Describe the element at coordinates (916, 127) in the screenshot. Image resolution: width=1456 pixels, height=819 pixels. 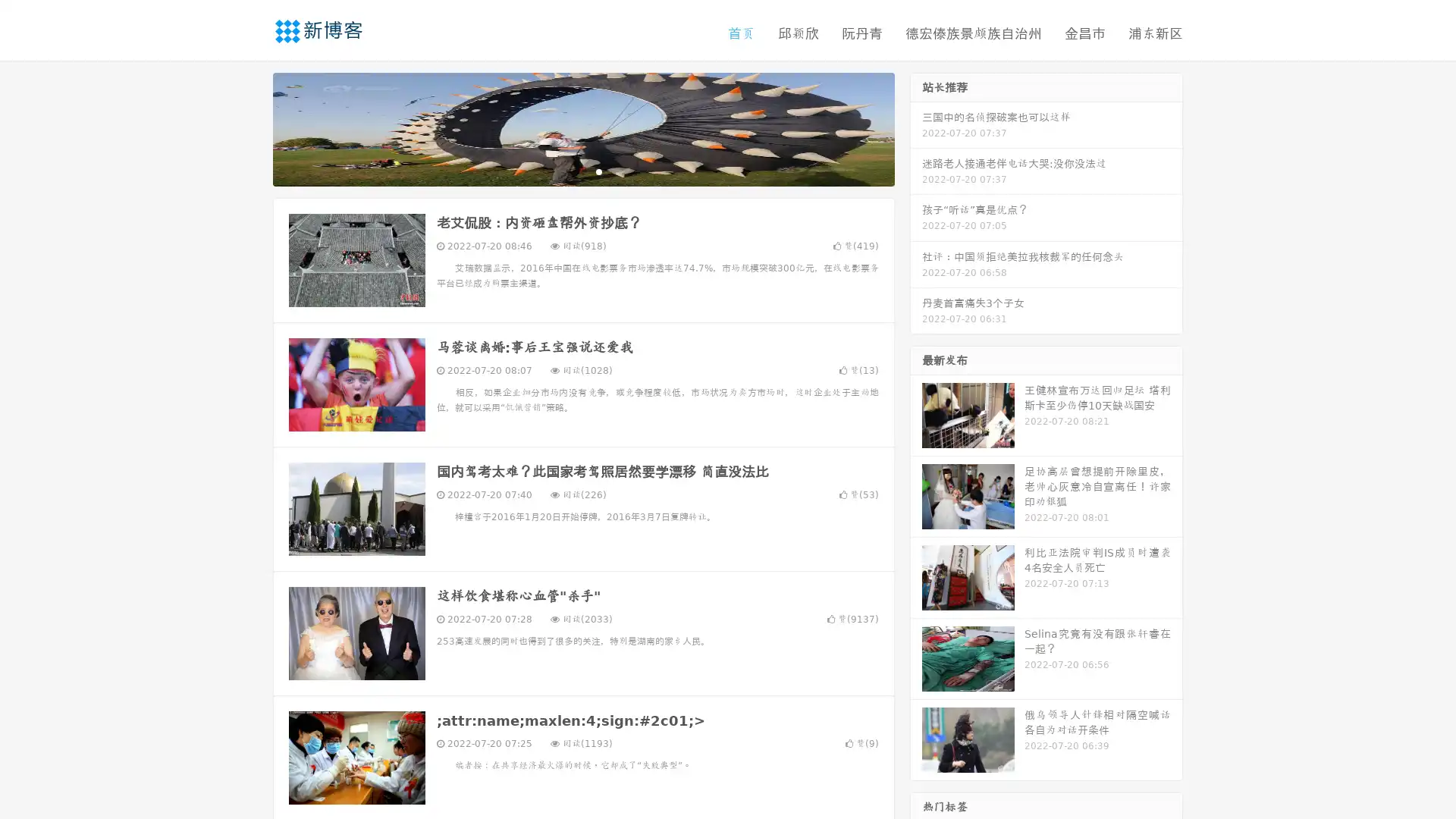
I see `Next slide` at that location.